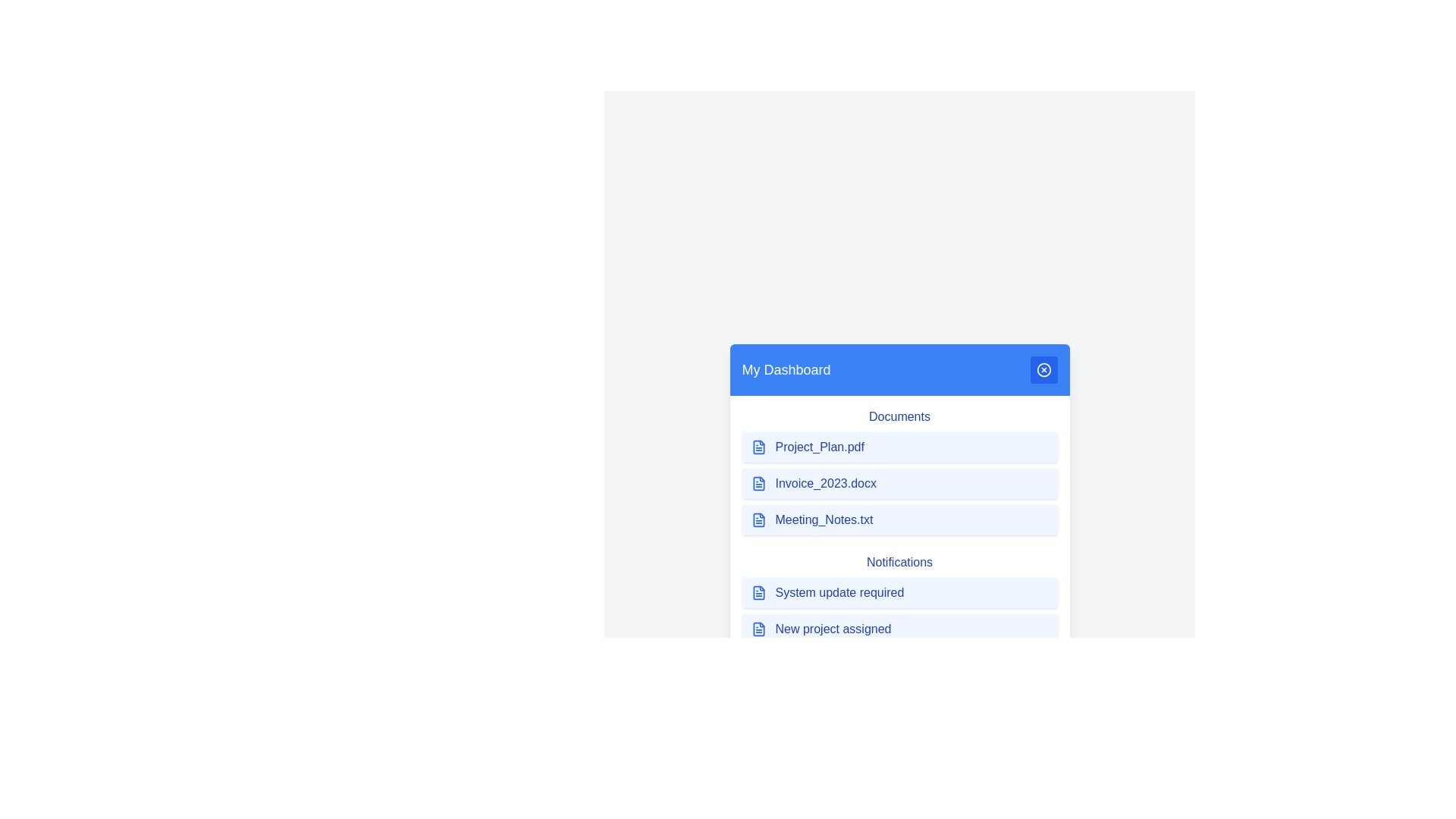  Describe the element at coordinates (899, 592) in the screenshot. I see `the item System update required in the menu to highlight it` at that location.